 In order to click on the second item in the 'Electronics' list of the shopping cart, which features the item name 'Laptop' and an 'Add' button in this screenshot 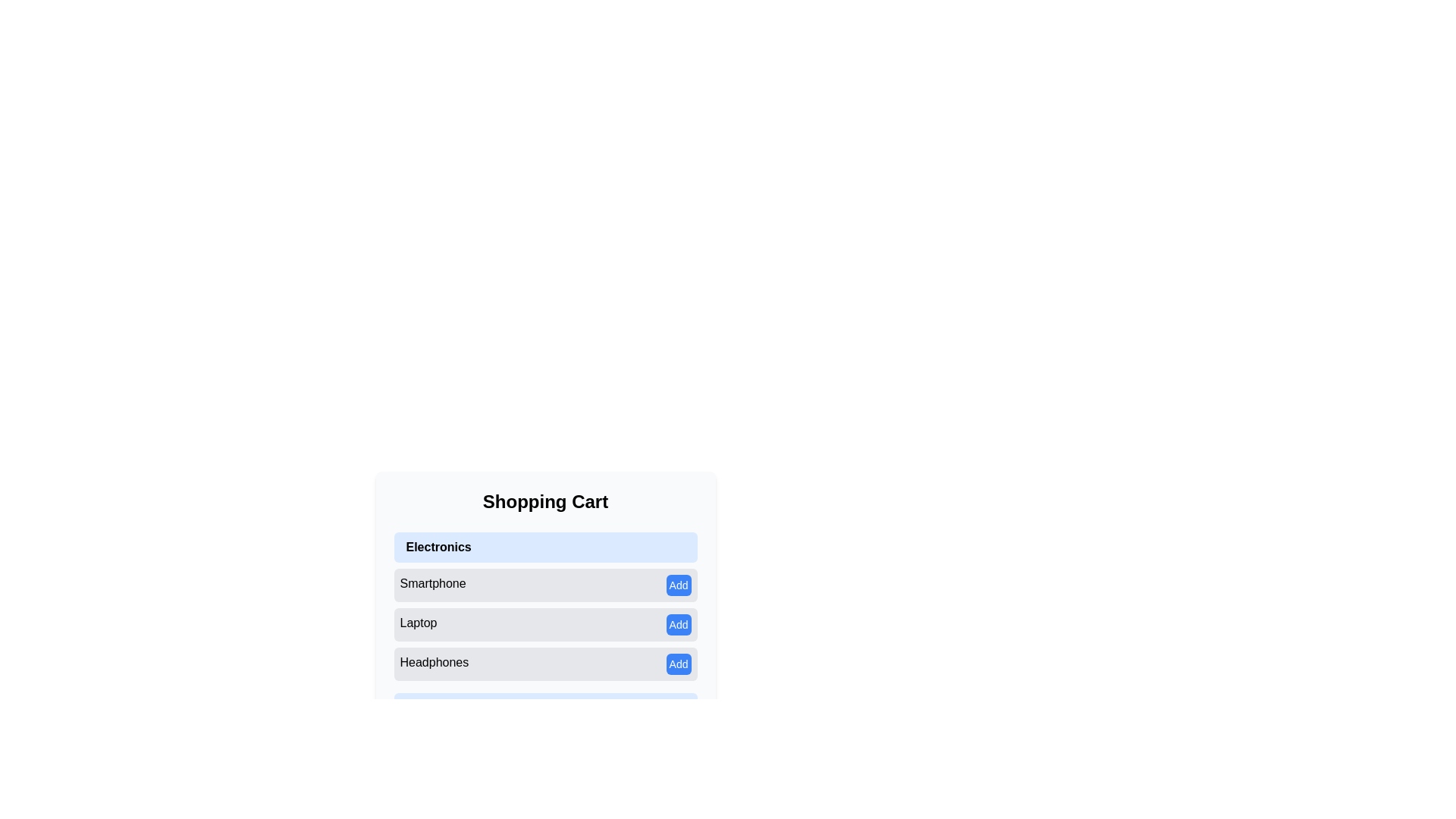, I will do `click(545, 605)`.